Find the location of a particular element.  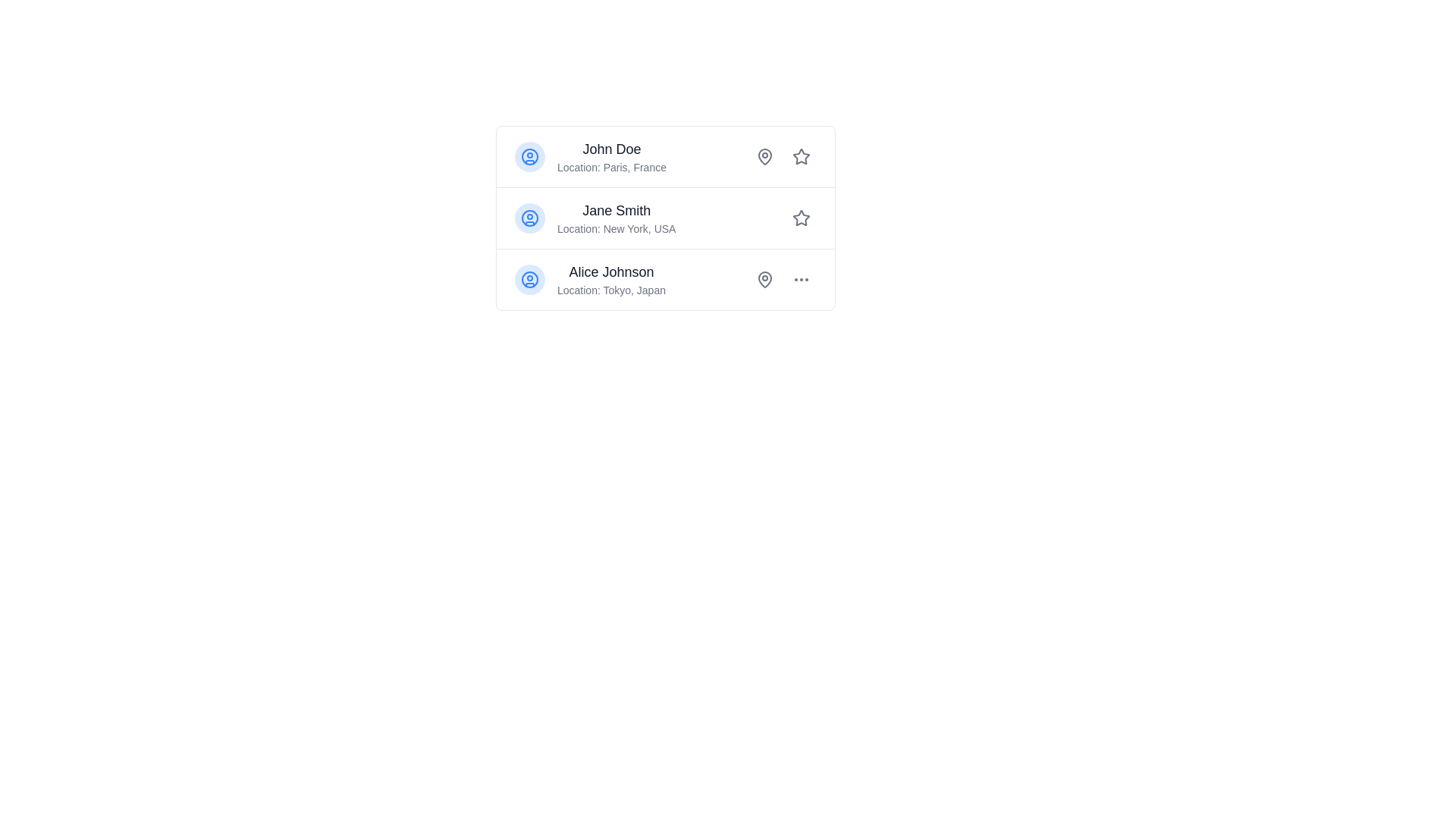

the text label displaying the name 'Alice Johnson' which is the primary textual attribute of the third profile item in the list is located at coordinates (611, 271).